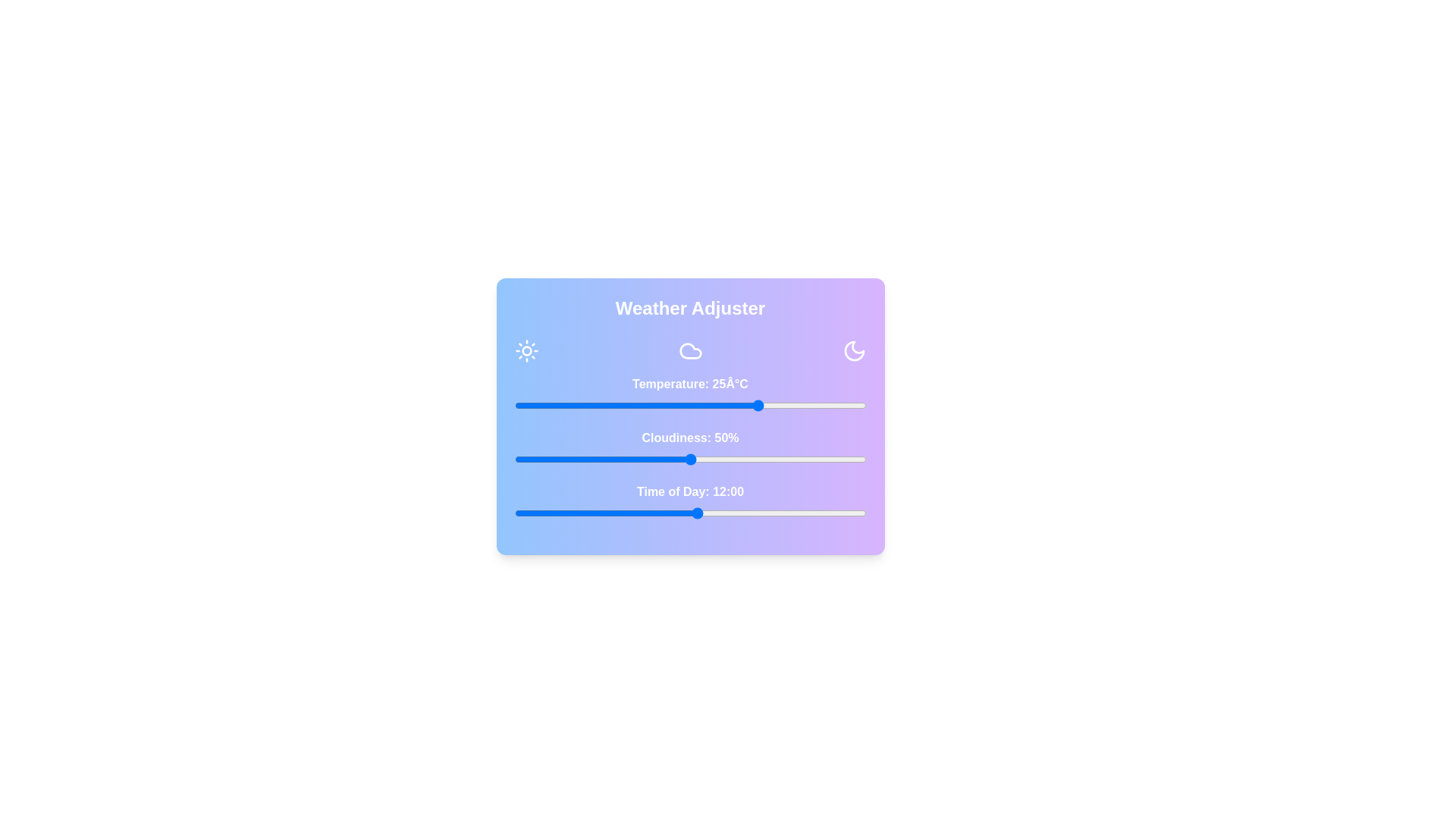 The width and height of the screenshot is (1456, 819). What do you see at coordinates (689, 513) in the screenshot?
I see `the Range slider used for selecting the 'Time of Day' parameter, located below the label 'Time of Day: 12:00'` at bounding box center [689, 513].